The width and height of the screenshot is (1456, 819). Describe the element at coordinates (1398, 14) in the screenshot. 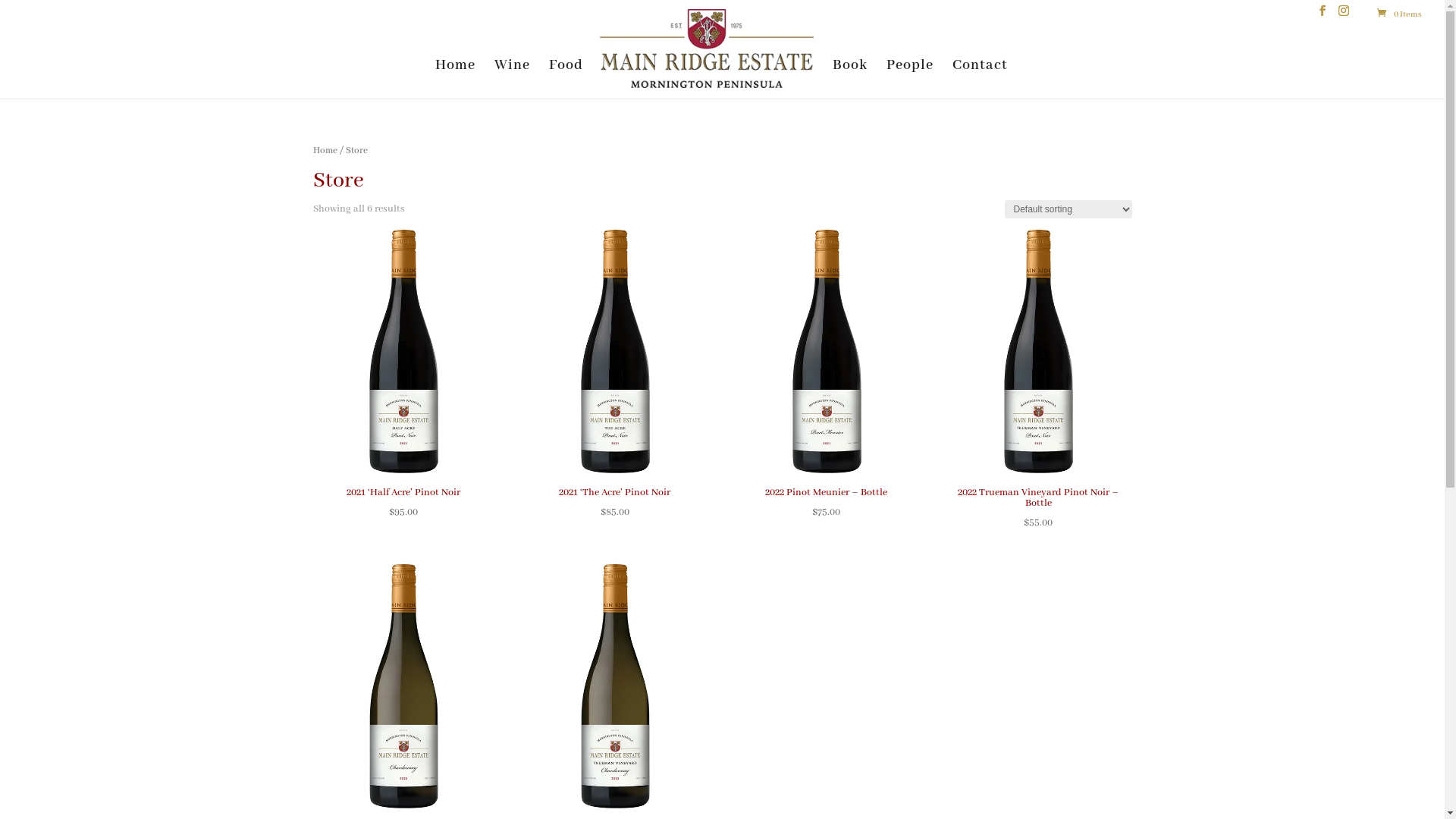

I see `'0 Items'` at that location.